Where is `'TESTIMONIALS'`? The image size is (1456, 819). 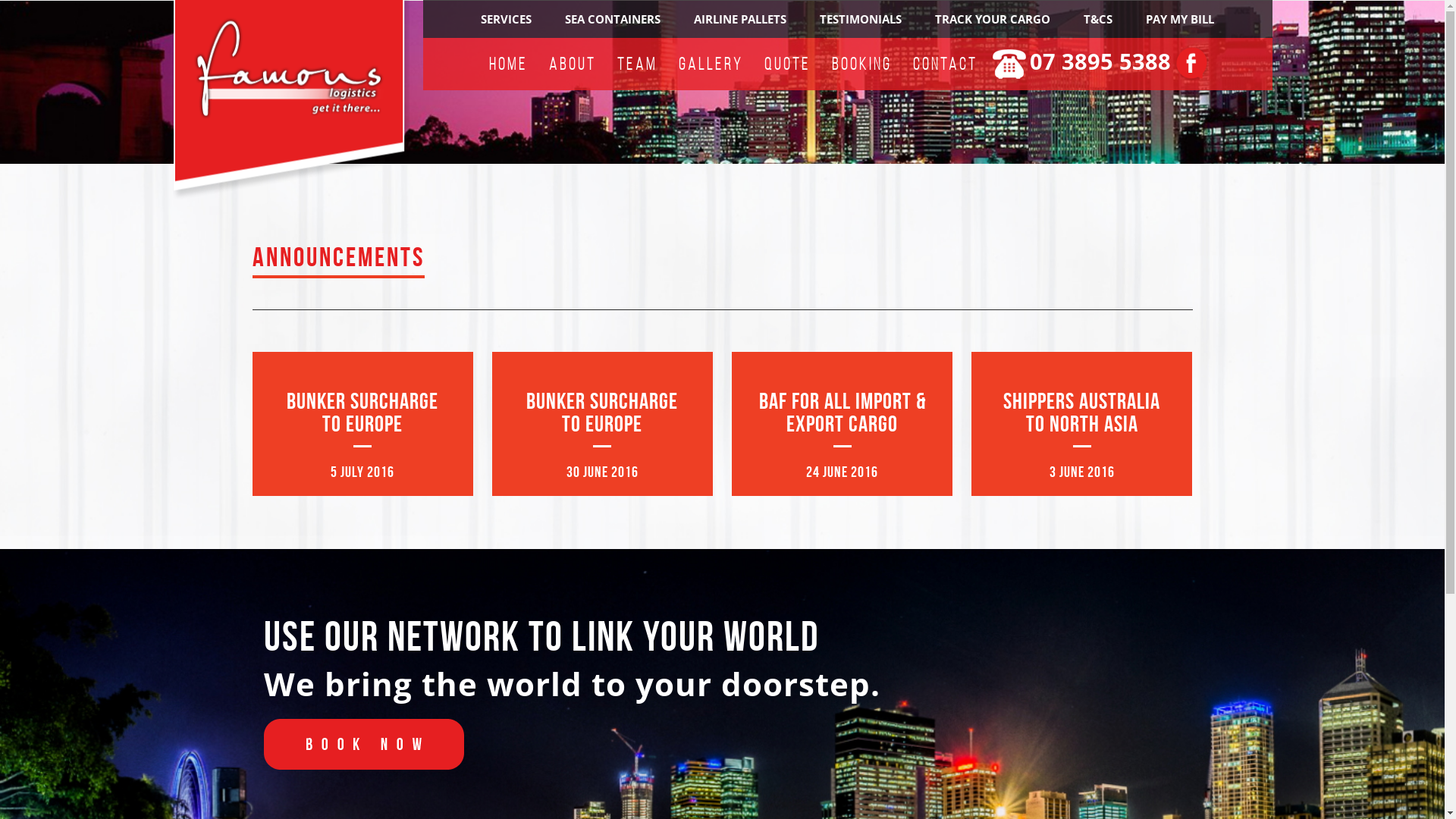 'TESTIMONIALS' is located at coordinates (860, 18).